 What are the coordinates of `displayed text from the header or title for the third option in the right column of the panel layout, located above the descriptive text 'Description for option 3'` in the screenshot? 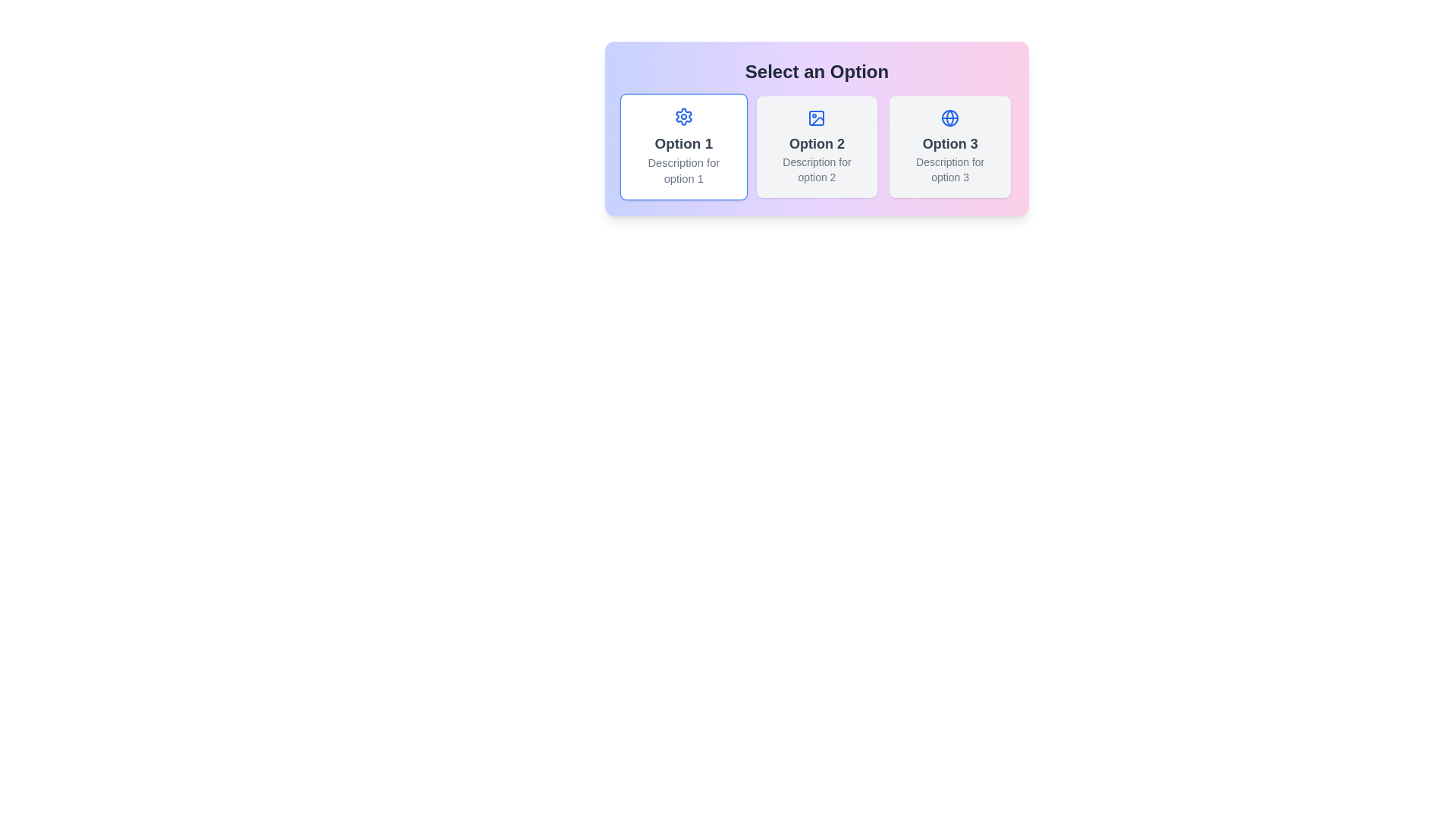 It's located at (949, 143).